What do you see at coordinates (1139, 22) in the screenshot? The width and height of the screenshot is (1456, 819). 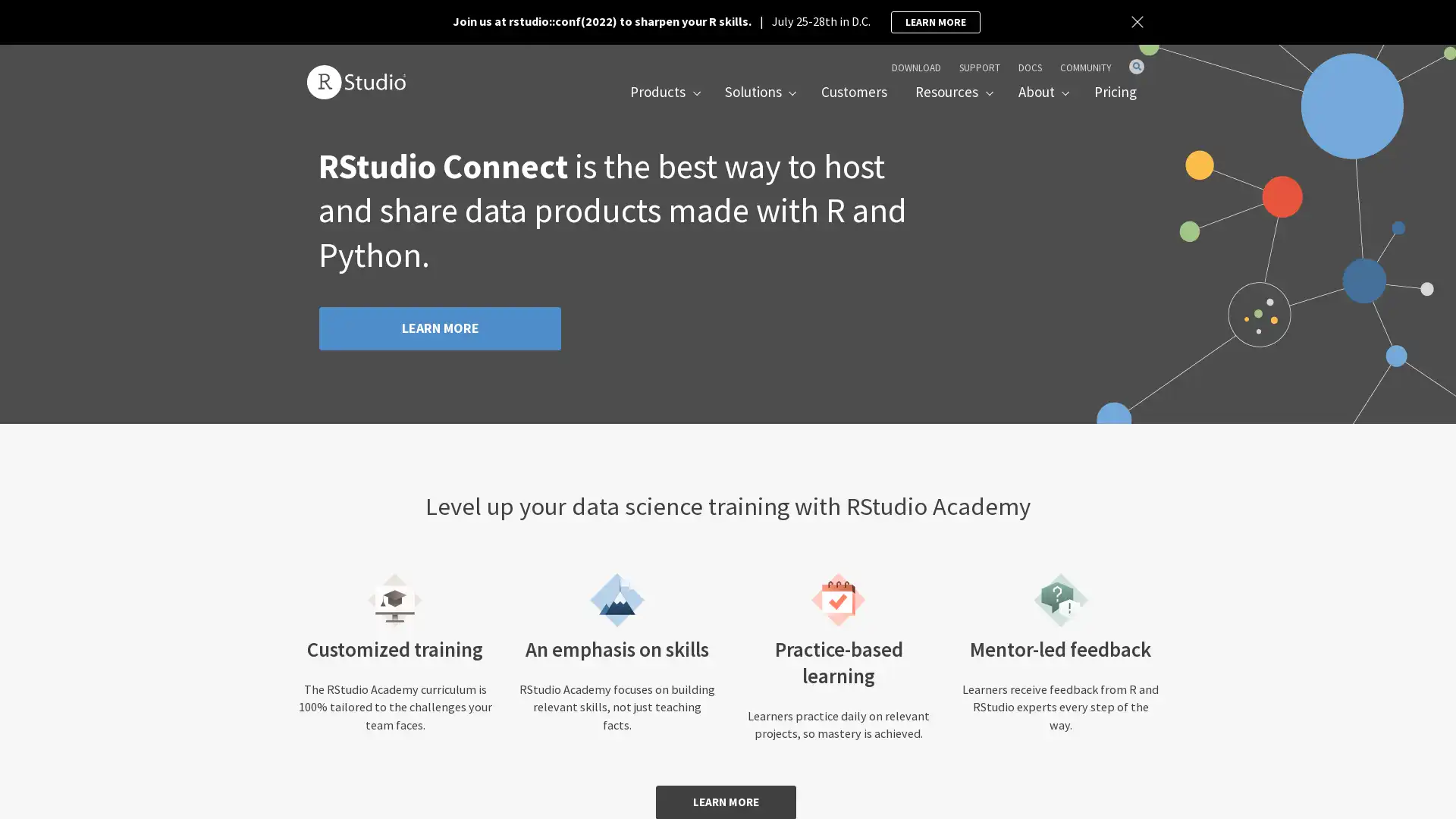 I see `Close` at bounding box center [1139, 22].